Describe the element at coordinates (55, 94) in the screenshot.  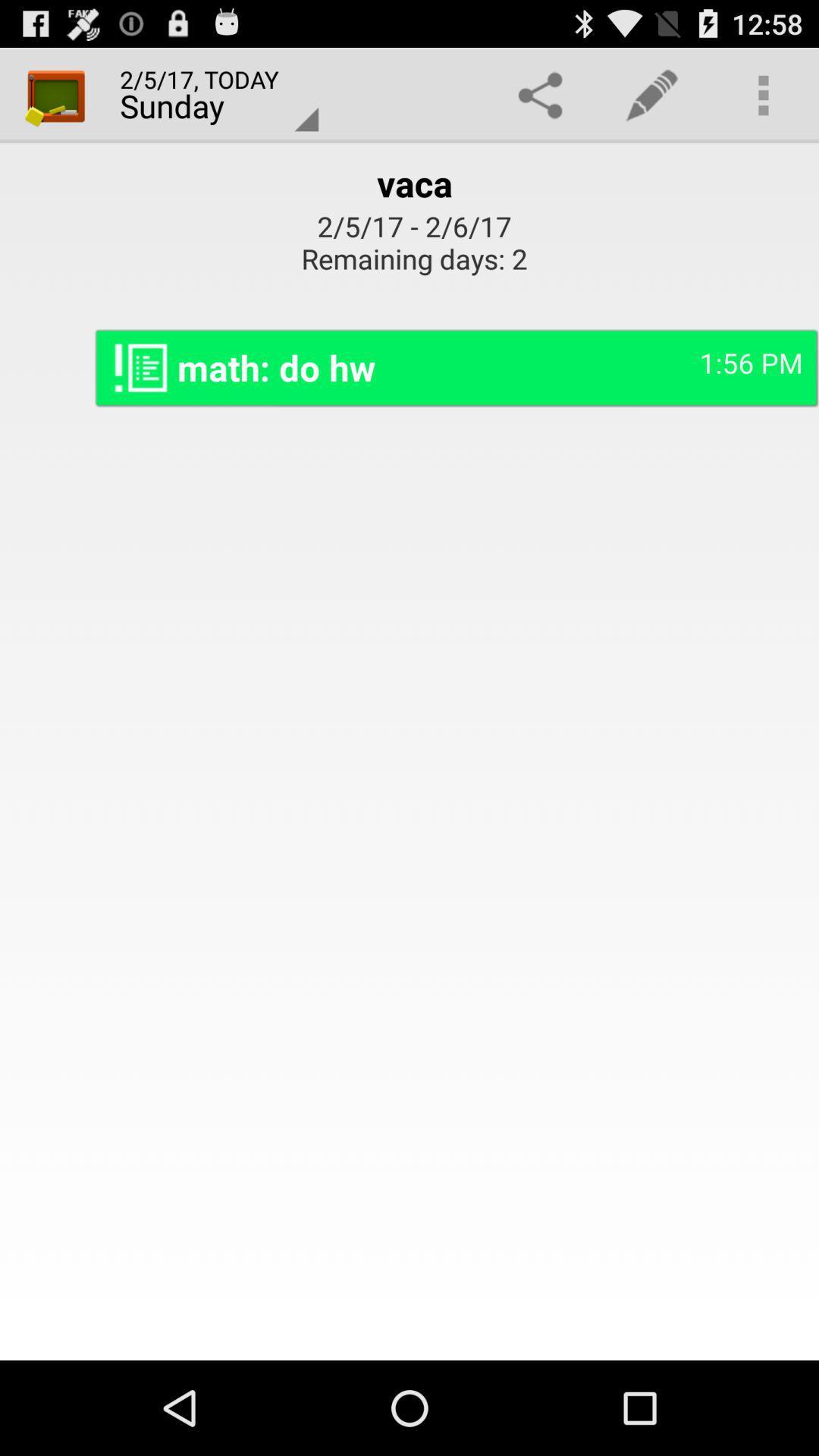
I see `the logo on the menu bar` at that location.